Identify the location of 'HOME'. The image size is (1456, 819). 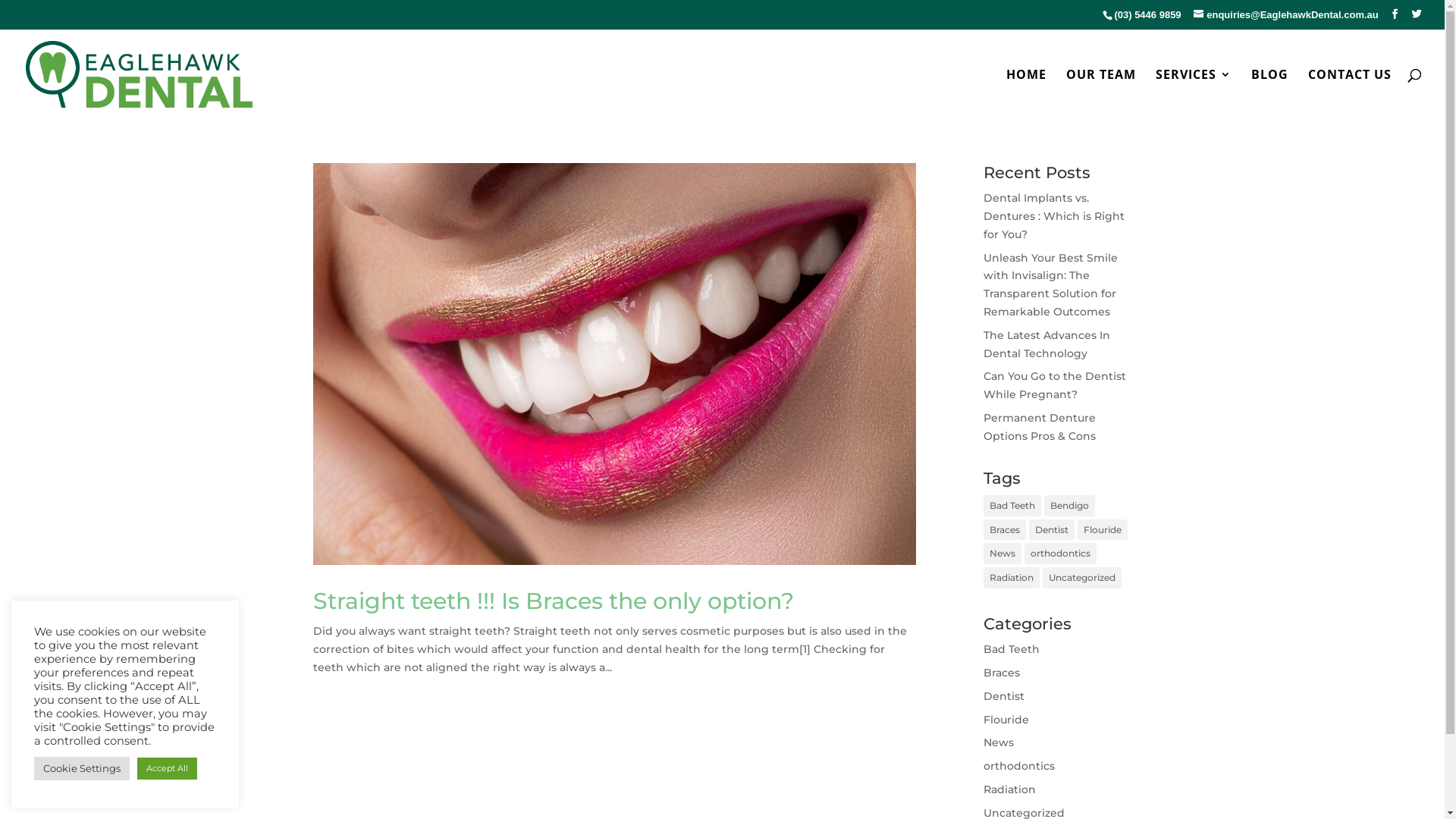
(1006, 93).